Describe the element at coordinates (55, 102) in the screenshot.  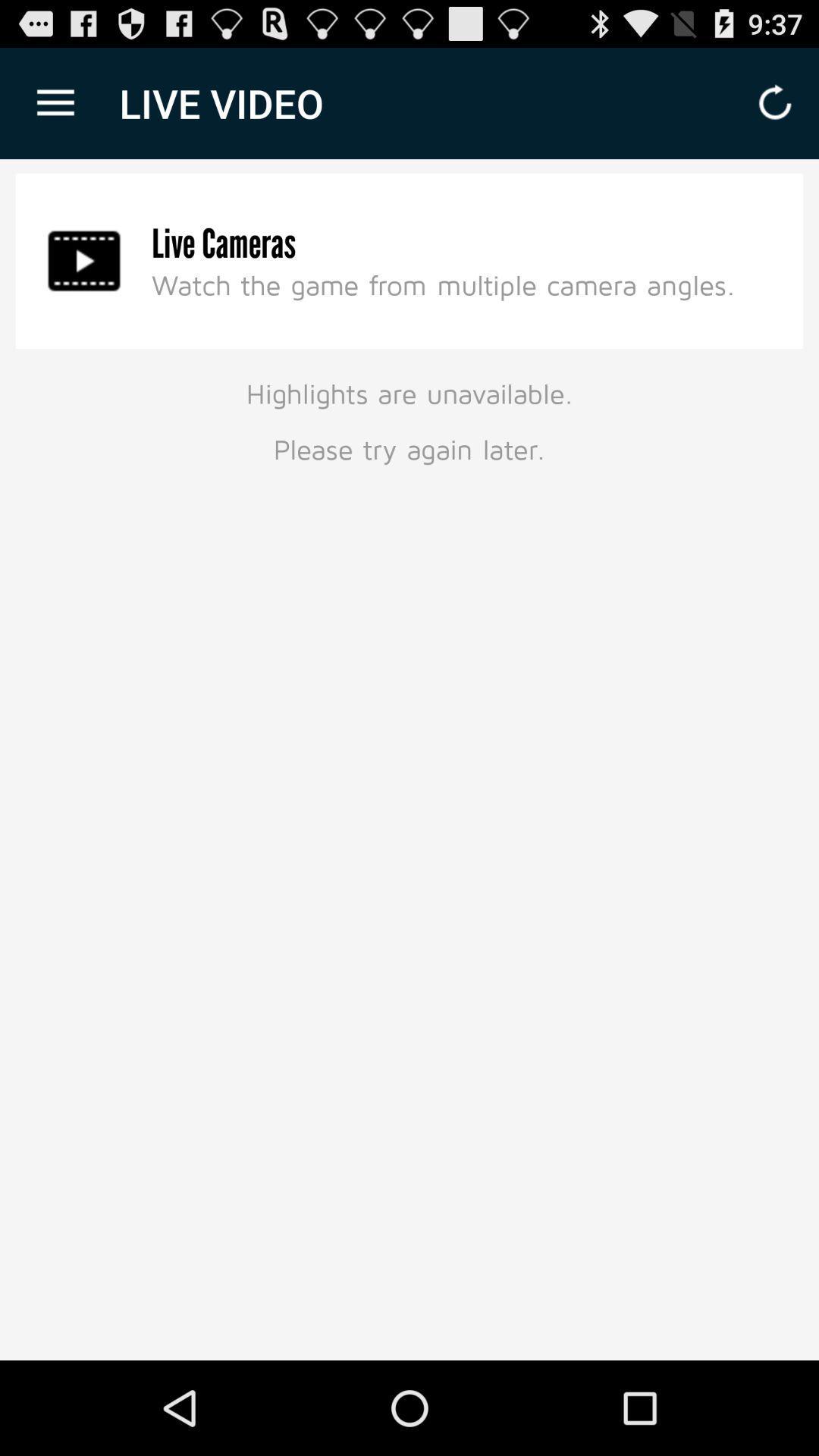
I see `icon to the left of the live video app` at that location.